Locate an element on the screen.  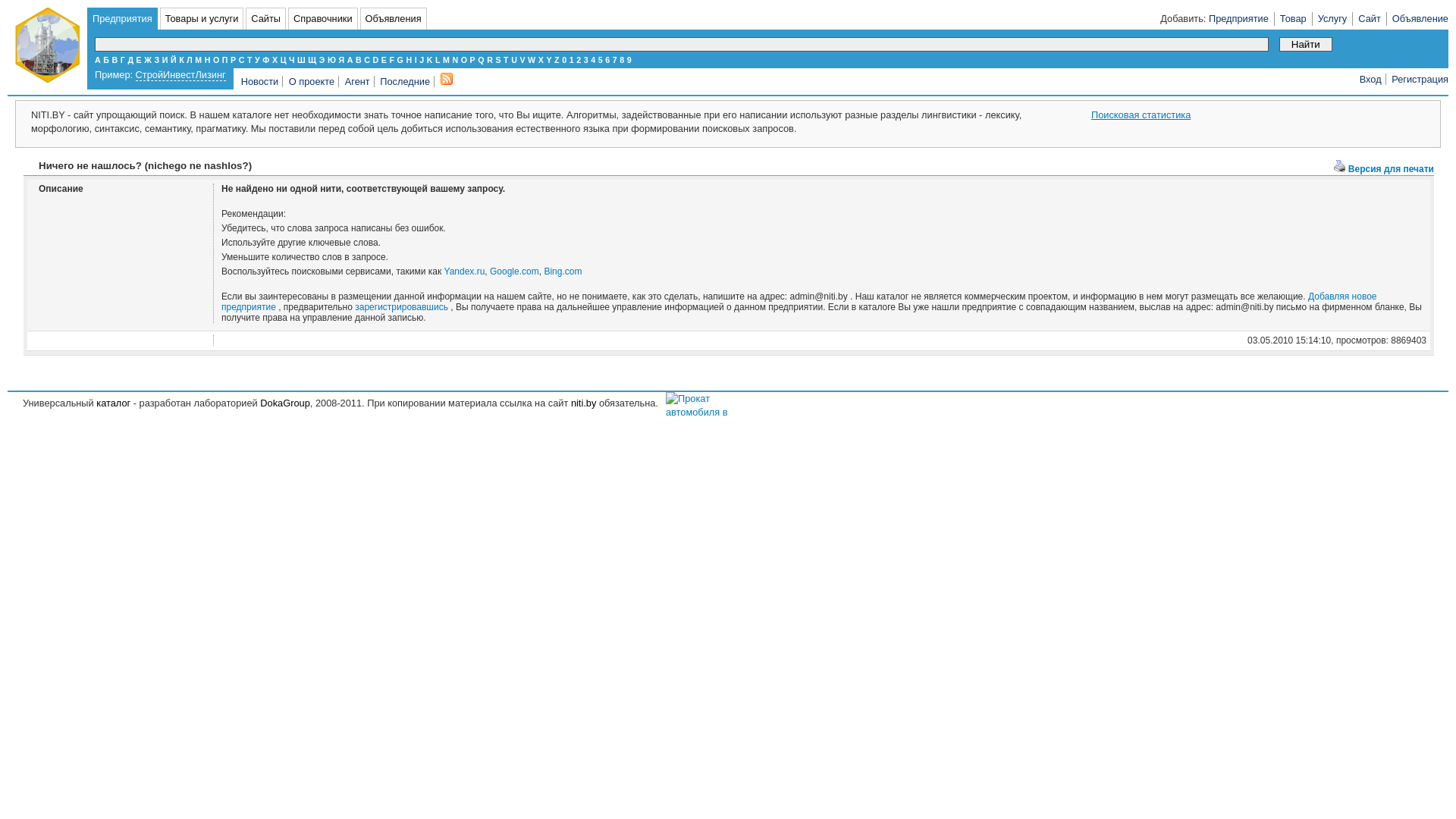
'1' is located at coordinates (570, 58).